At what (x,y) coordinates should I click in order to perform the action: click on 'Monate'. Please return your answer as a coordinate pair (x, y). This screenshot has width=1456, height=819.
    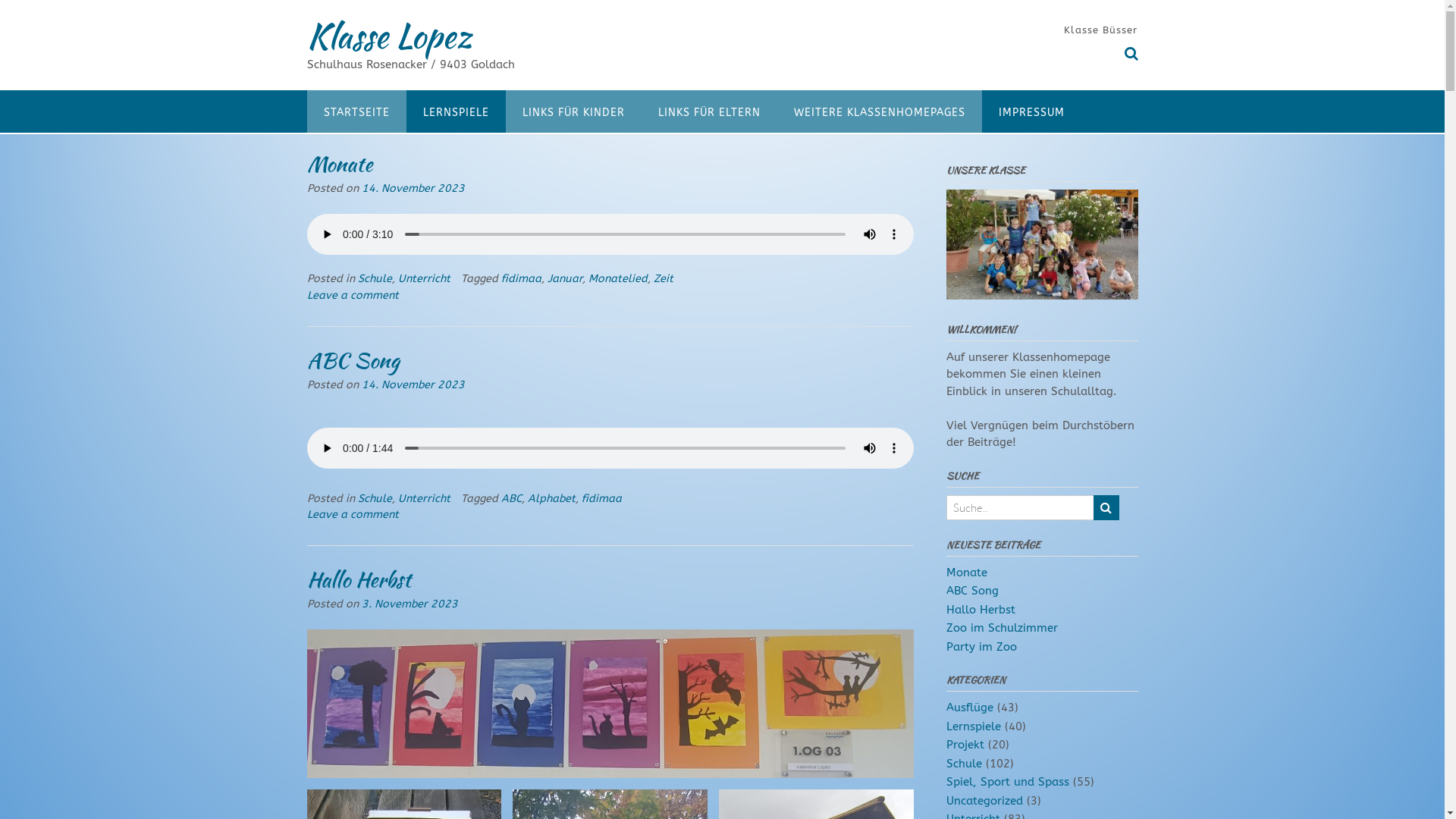
    Looking at the image, I should click on (966, 573).